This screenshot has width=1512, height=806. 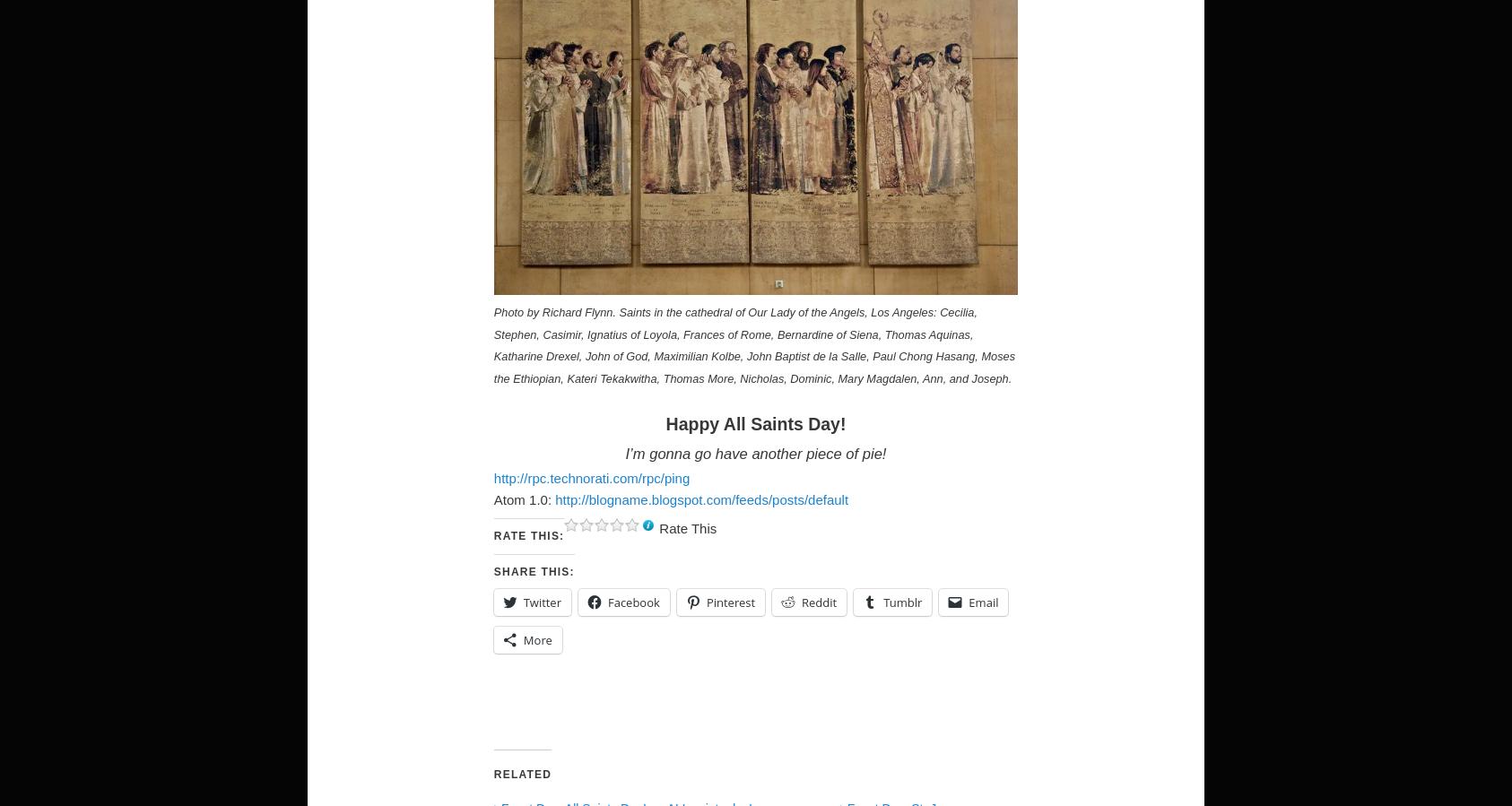 What do you see at coordinates (632, 602) in the screenshot?
I see `'Facebook'` at bounding box center [632, 602].